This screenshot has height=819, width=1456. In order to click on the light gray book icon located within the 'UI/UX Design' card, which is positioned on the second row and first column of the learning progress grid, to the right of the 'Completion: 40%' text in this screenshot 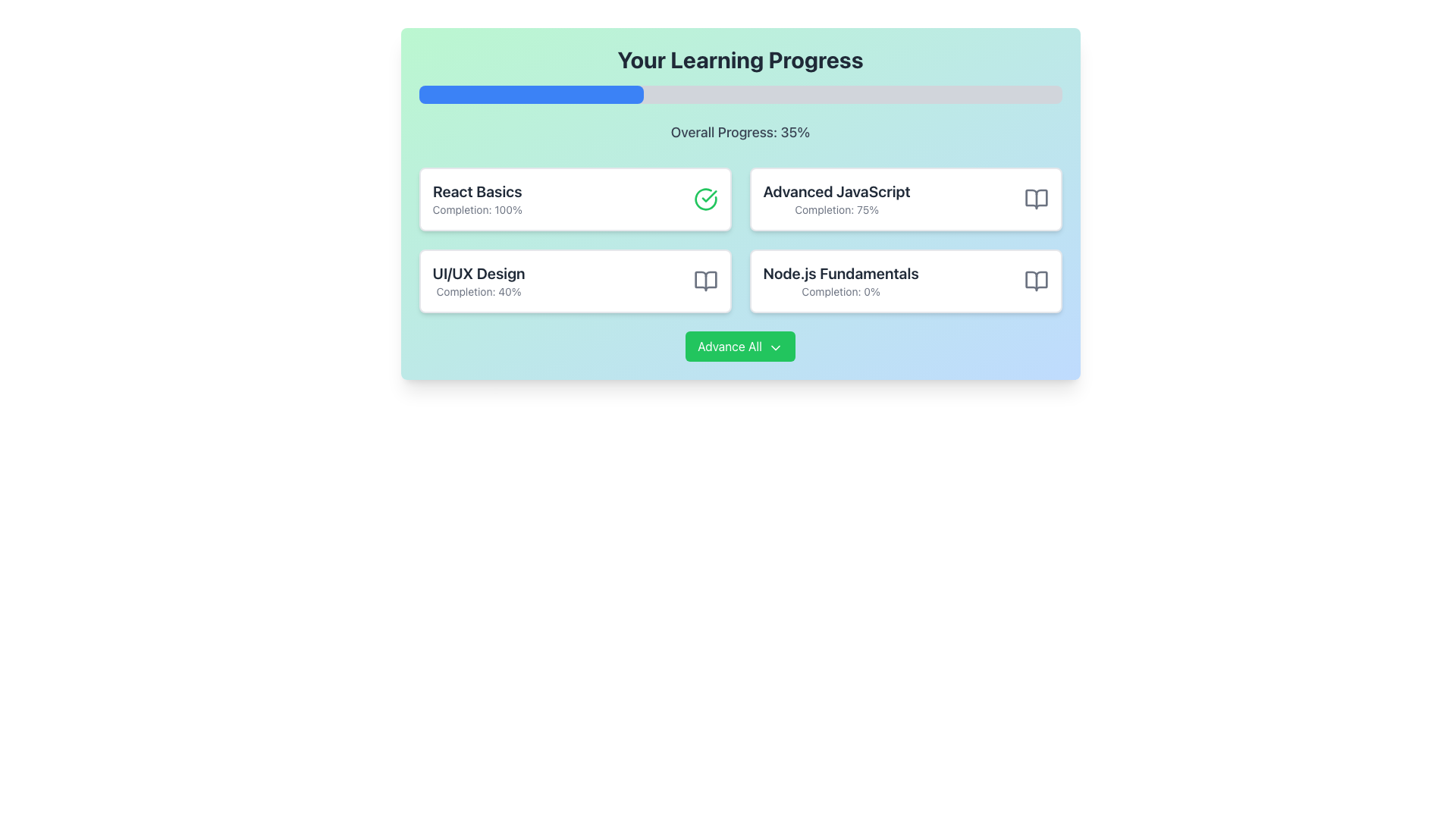, I will do `click(704, 281)`.